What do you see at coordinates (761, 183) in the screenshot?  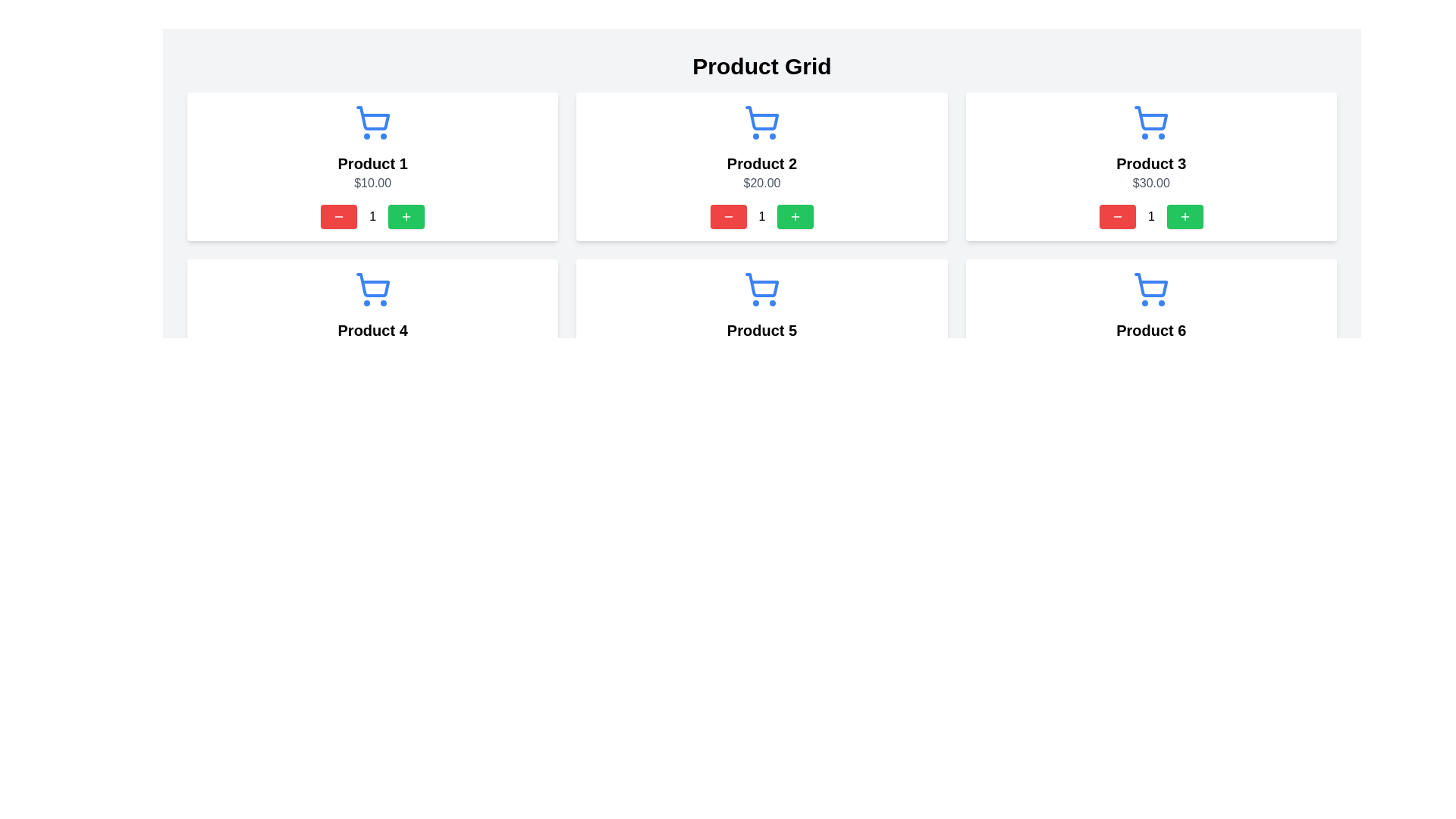 I see `text label displaying the price of 'Product 2', which is centered below the title and above the quantity adjustment buttons in the second product card` at bounding box center [761, 183].